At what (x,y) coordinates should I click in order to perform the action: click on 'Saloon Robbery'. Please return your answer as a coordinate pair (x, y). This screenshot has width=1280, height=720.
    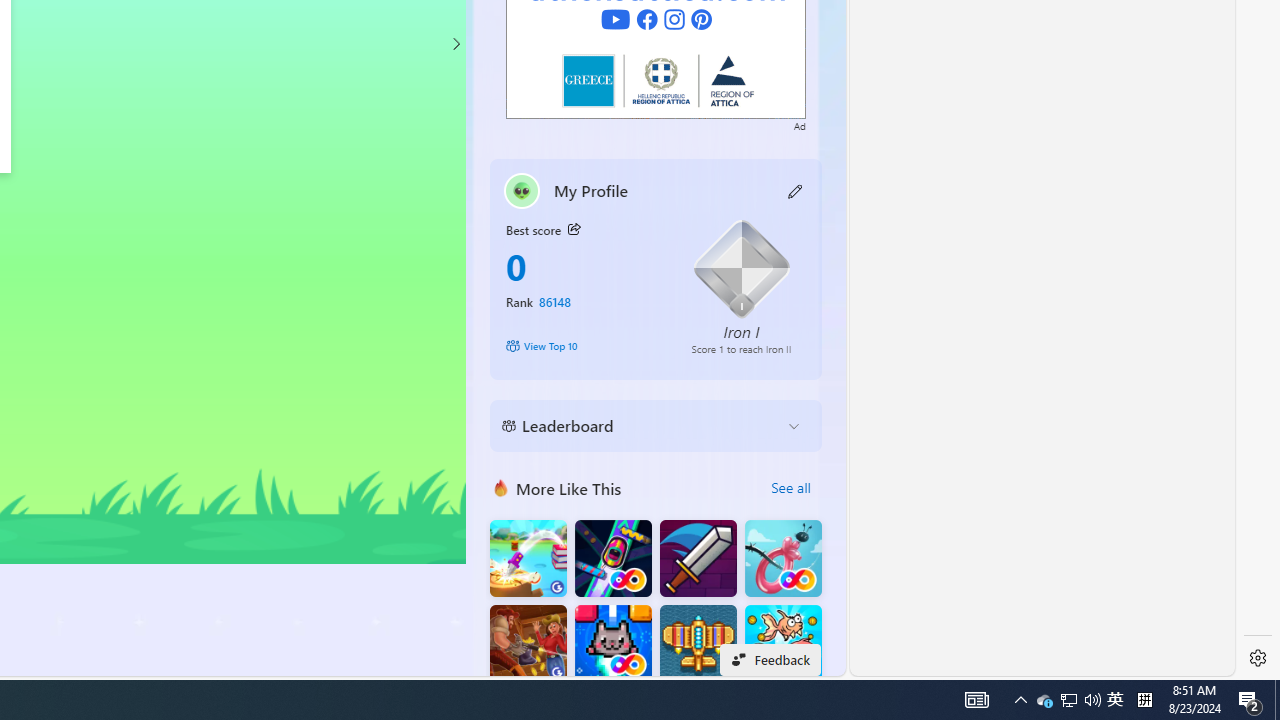
    Looking at the image, I should click on (528, 643).